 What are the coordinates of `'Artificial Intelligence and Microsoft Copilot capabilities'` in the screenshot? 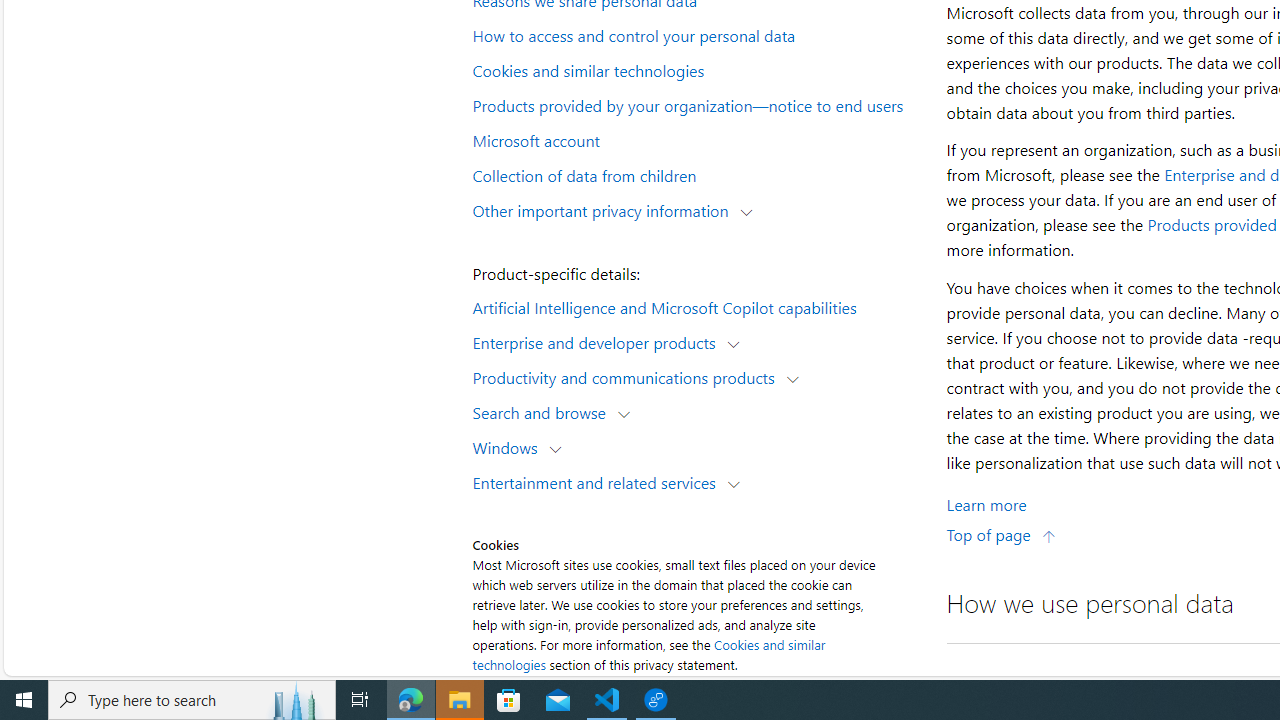 It's located at (696, 306).